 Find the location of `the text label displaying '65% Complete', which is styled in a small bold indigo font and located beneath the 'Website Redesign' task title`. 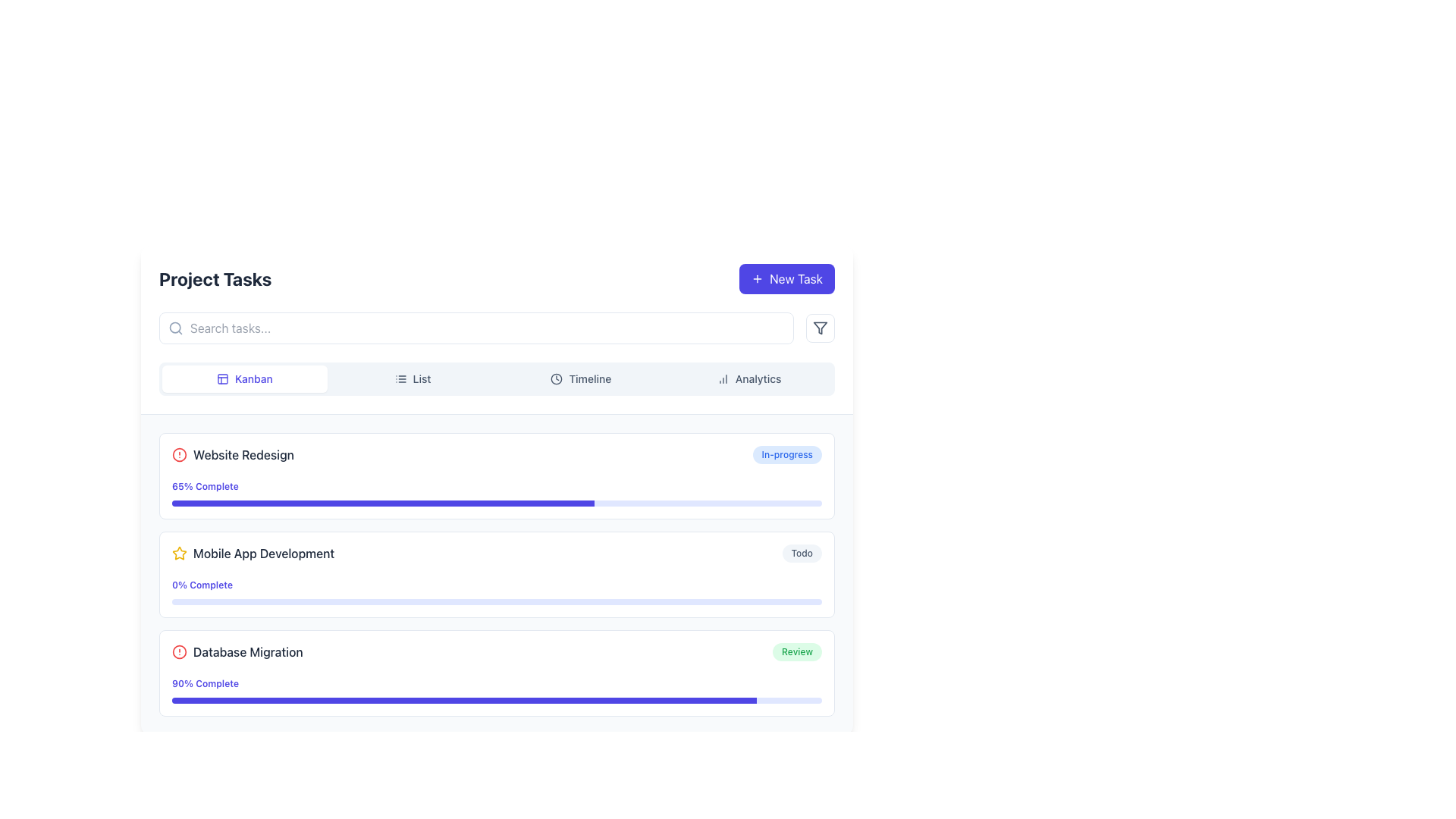

the text label displaying '65% Complete', which is styled in a small bold indigo font and located beneath the 'Website Redesign' task title is located at coordinates (204, 485).